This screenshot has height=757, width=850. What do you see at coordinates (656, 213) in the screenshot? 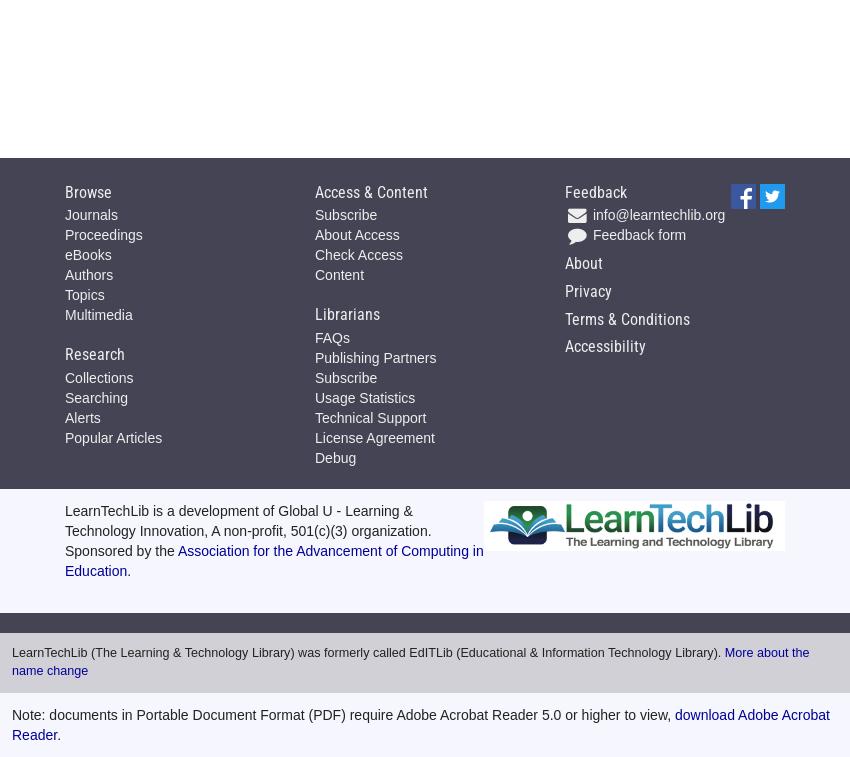
I see `'info@learntechlib.org'` at bounding box center [656, 213].